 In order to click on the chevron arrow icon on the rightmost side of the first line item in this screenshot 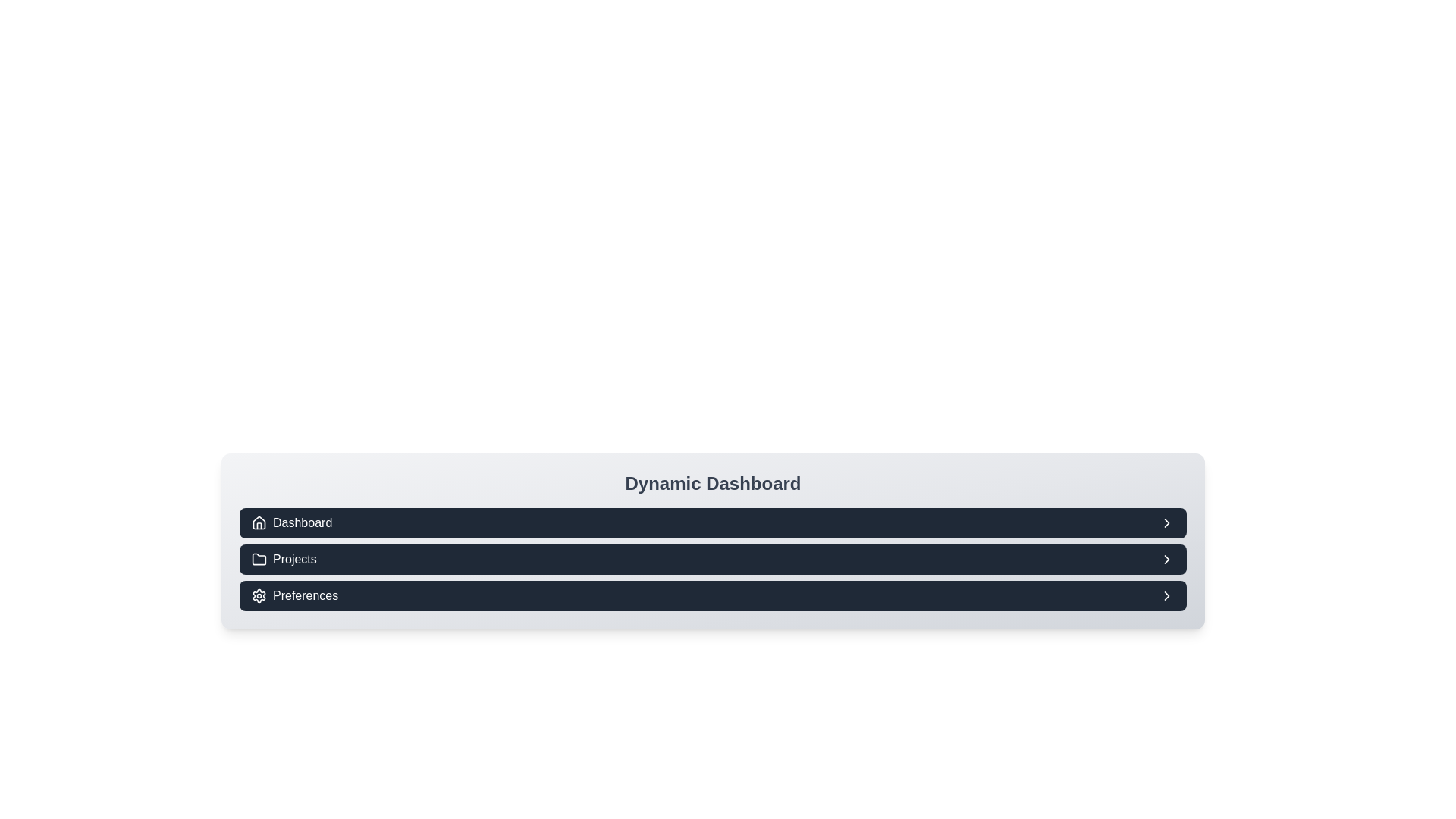, I will do `click(1166, 522)`.